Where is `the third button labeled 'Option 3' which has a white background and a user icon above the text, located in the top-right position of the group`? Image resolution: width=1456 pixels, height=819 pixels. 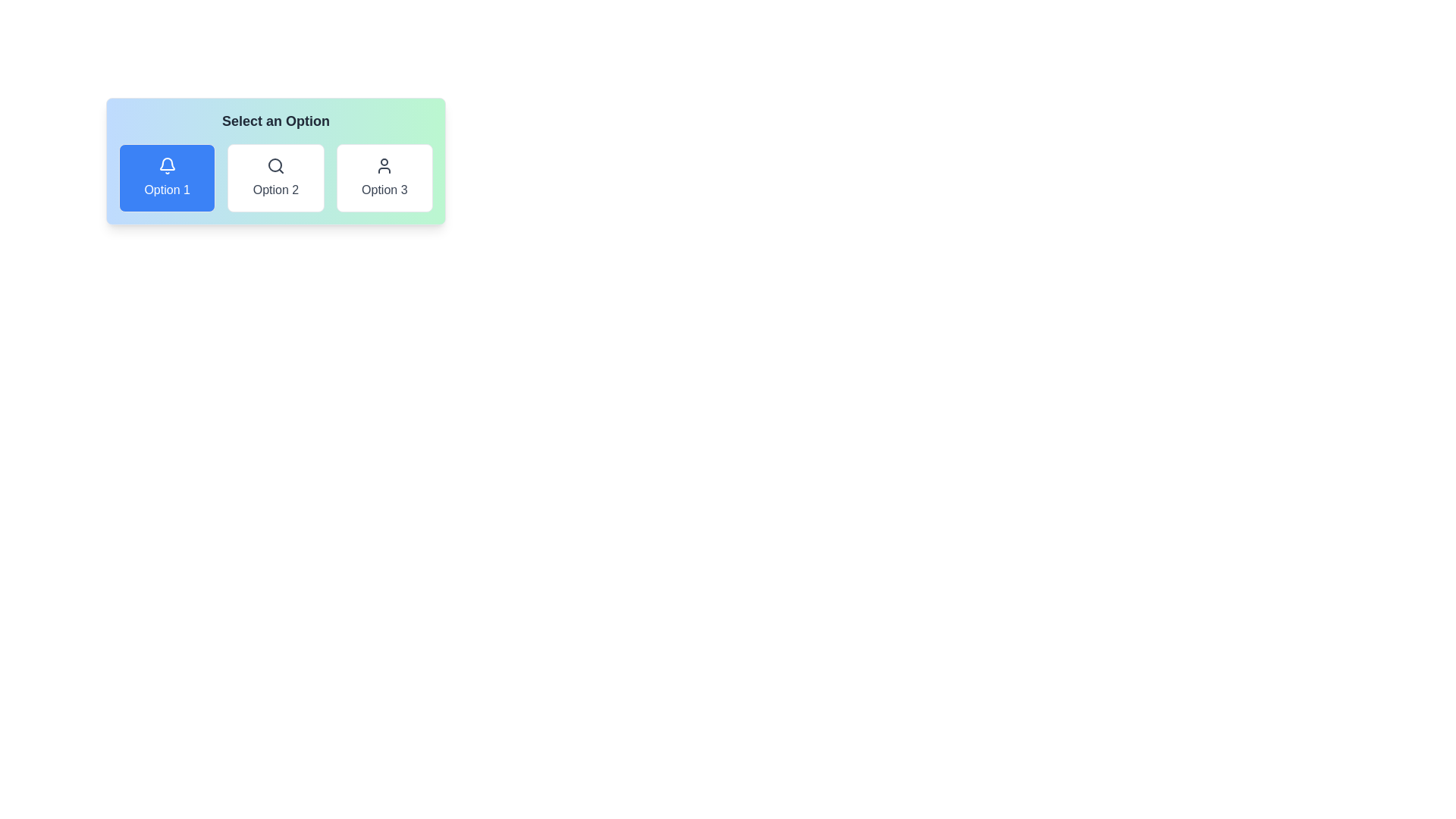
the third button labeled 'Option 3' which has a white background and a user icon above the text, located in the top-right position of the group is located at coordinates (384, 177).